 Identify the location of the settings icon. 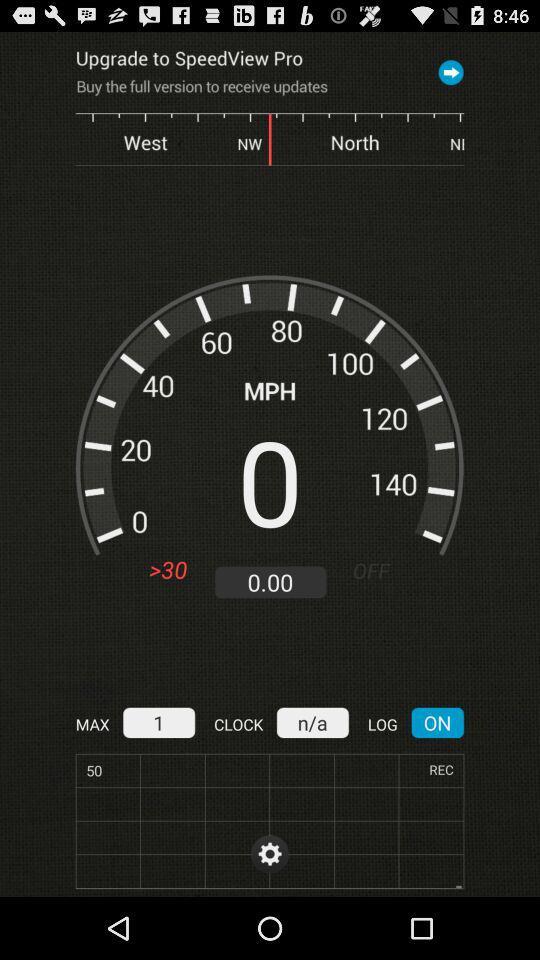
(270, 914).